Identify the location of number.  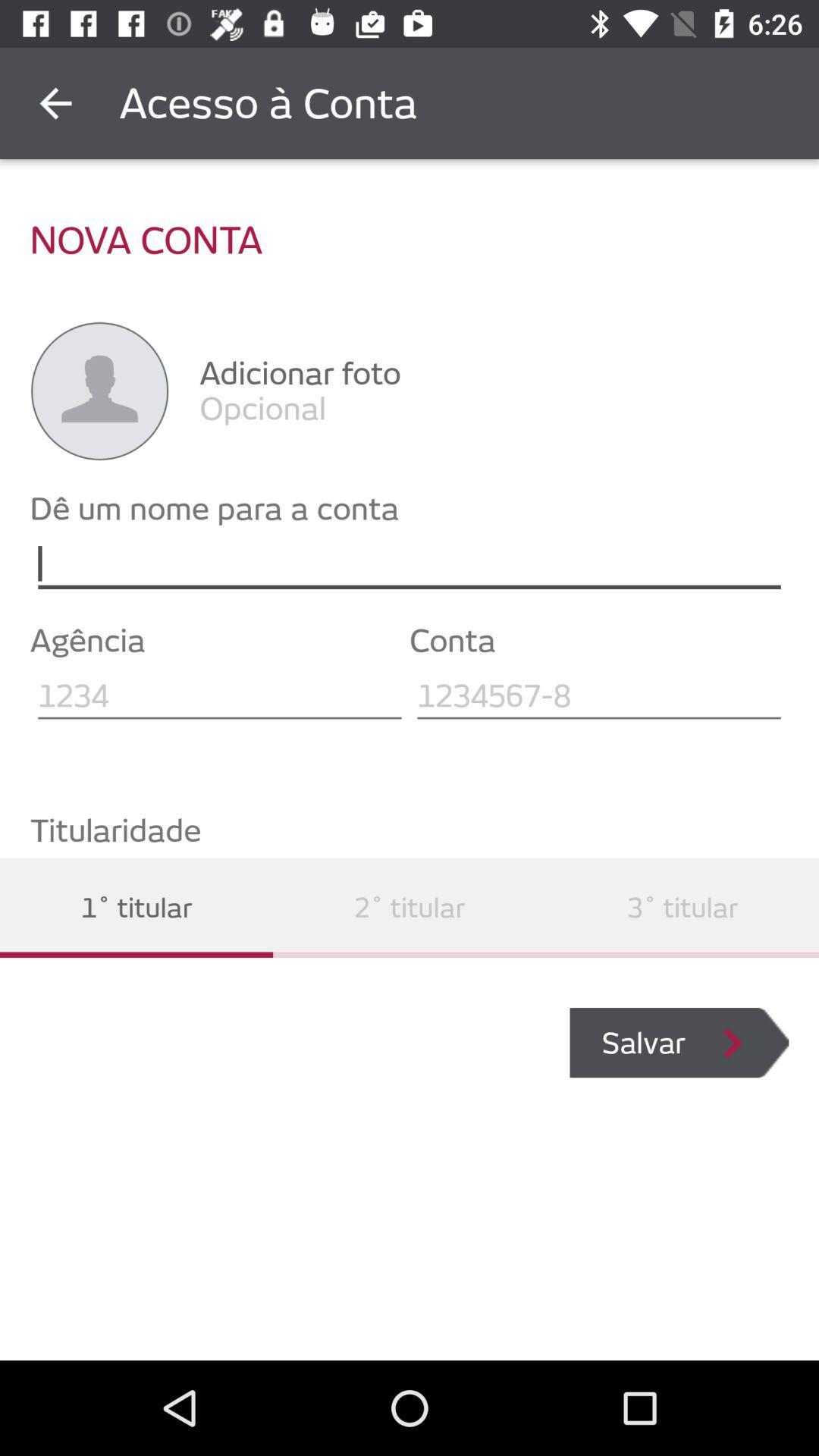
(598, 695).